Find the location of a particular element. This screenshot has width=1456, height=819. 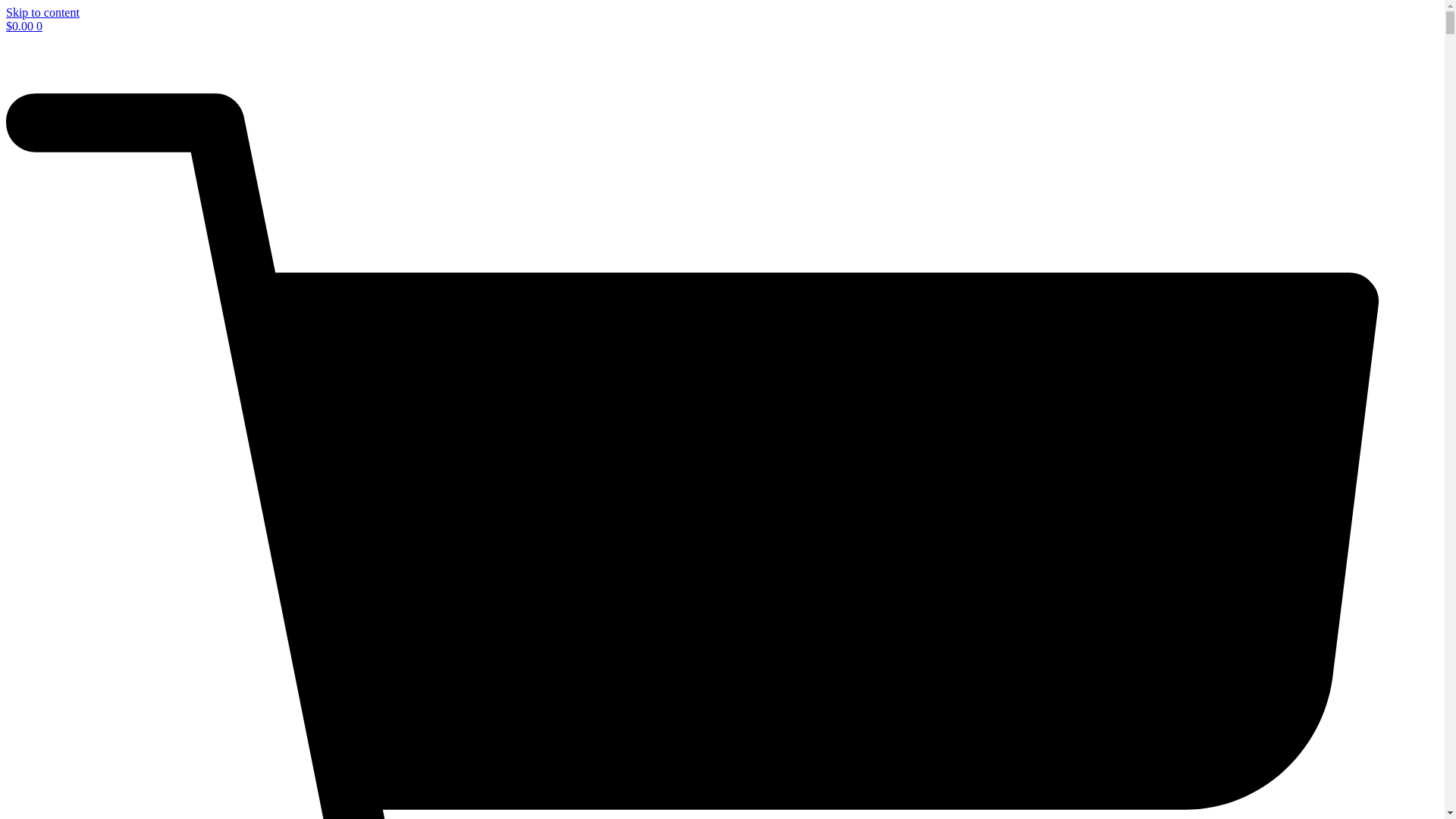

'Skip to content' is located at coordinates (42, 12).